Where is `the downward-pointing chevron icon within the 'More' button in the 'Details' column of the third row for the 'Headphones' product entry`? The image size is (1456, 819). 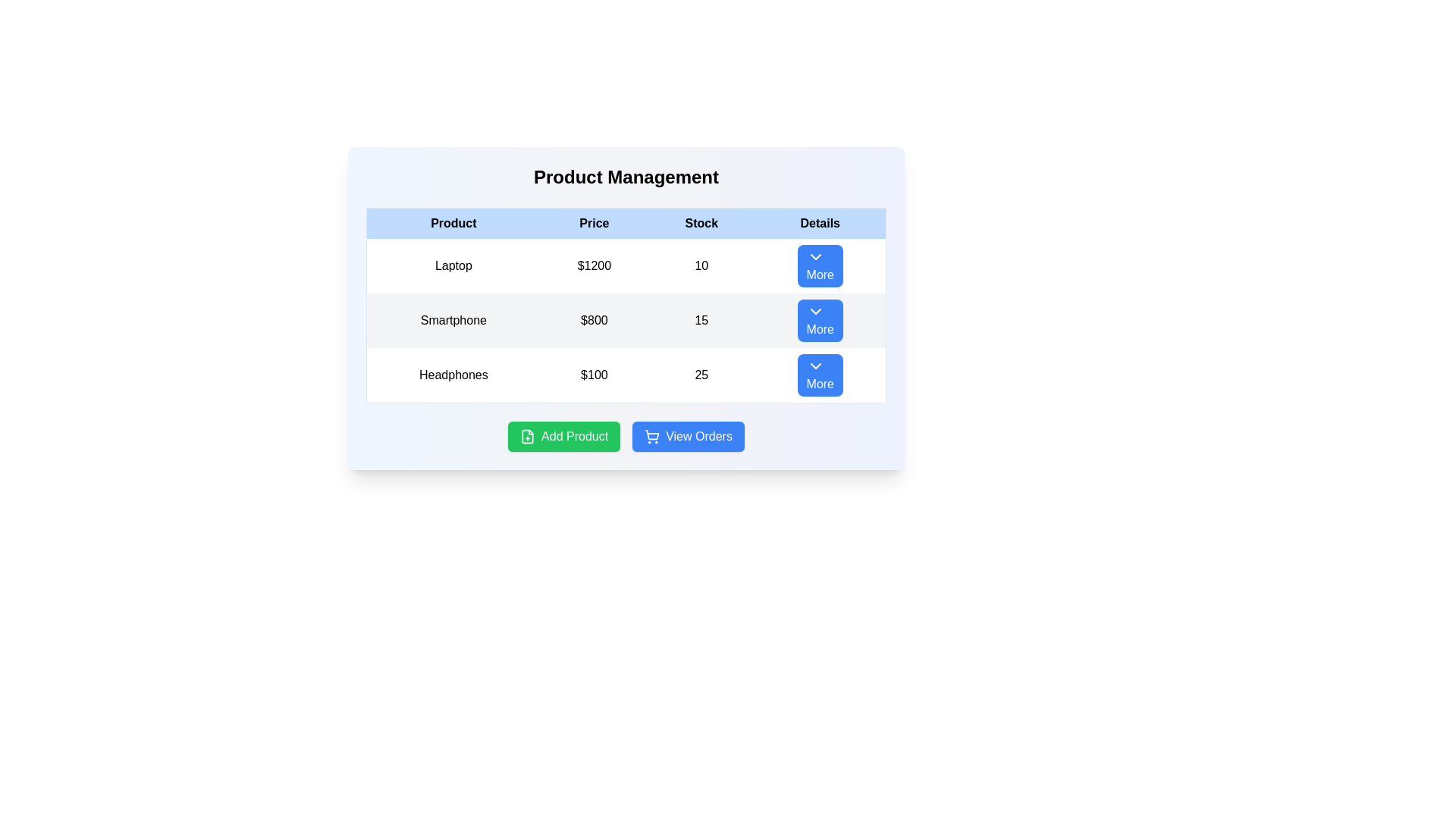 the downward-pointing chevron icon within the 'More' button in the 'Details' column of the third row for the 'Headphones' product entry is located at coordinates (814, 366).